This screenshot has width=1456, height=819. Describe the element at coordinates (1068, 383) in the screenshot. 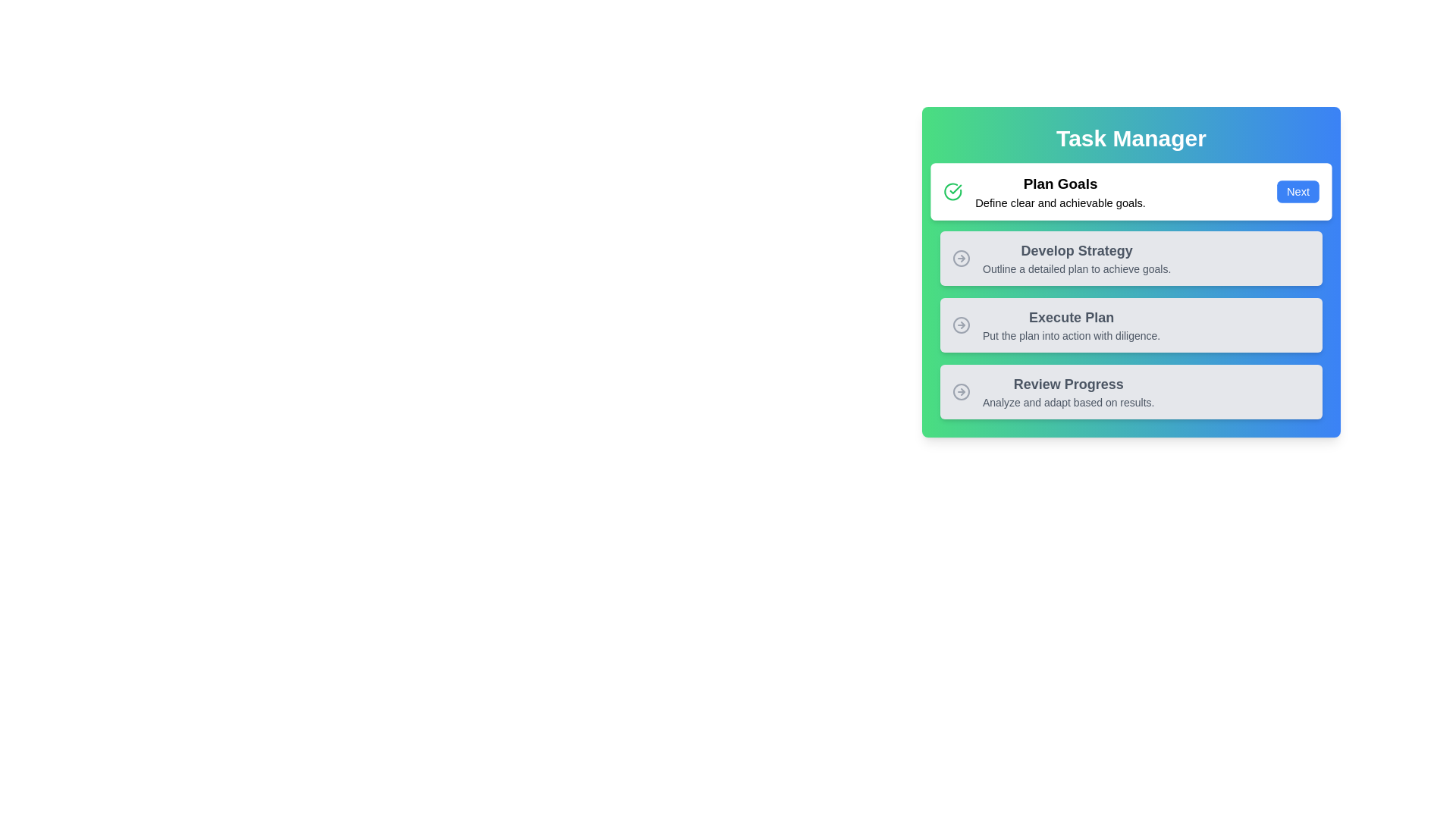

I see `the non-interactive text label serving as the header for the 'Review Progress' task, which is positioned inside the fourth task in a vertical list of tasks` at that location.